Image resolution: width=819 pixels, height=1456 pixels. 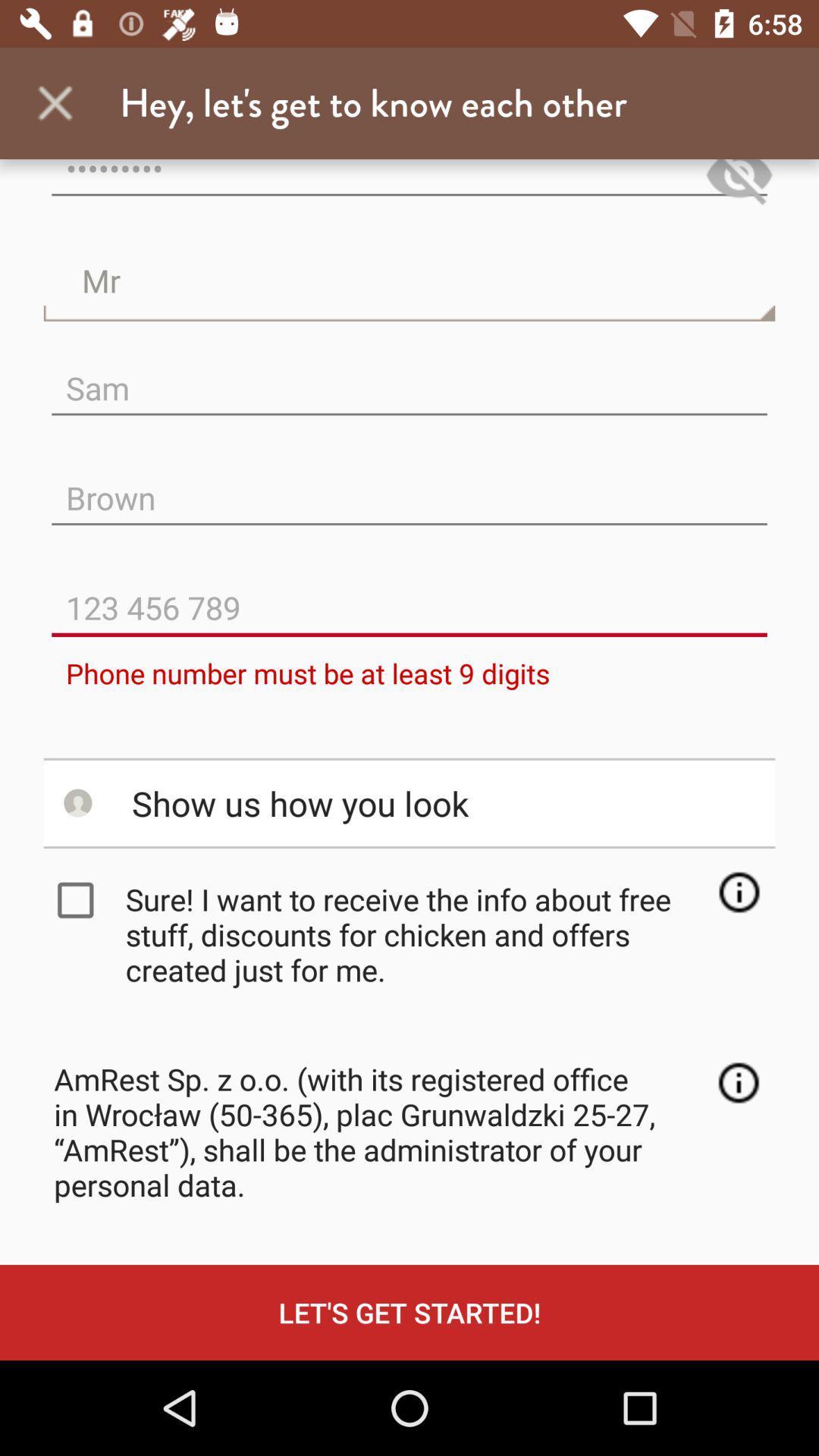 What do you see at coordinates (79, 900) in the screenshot?
I see `the item next to the sure i want icon` at bounding box center [79, 900].